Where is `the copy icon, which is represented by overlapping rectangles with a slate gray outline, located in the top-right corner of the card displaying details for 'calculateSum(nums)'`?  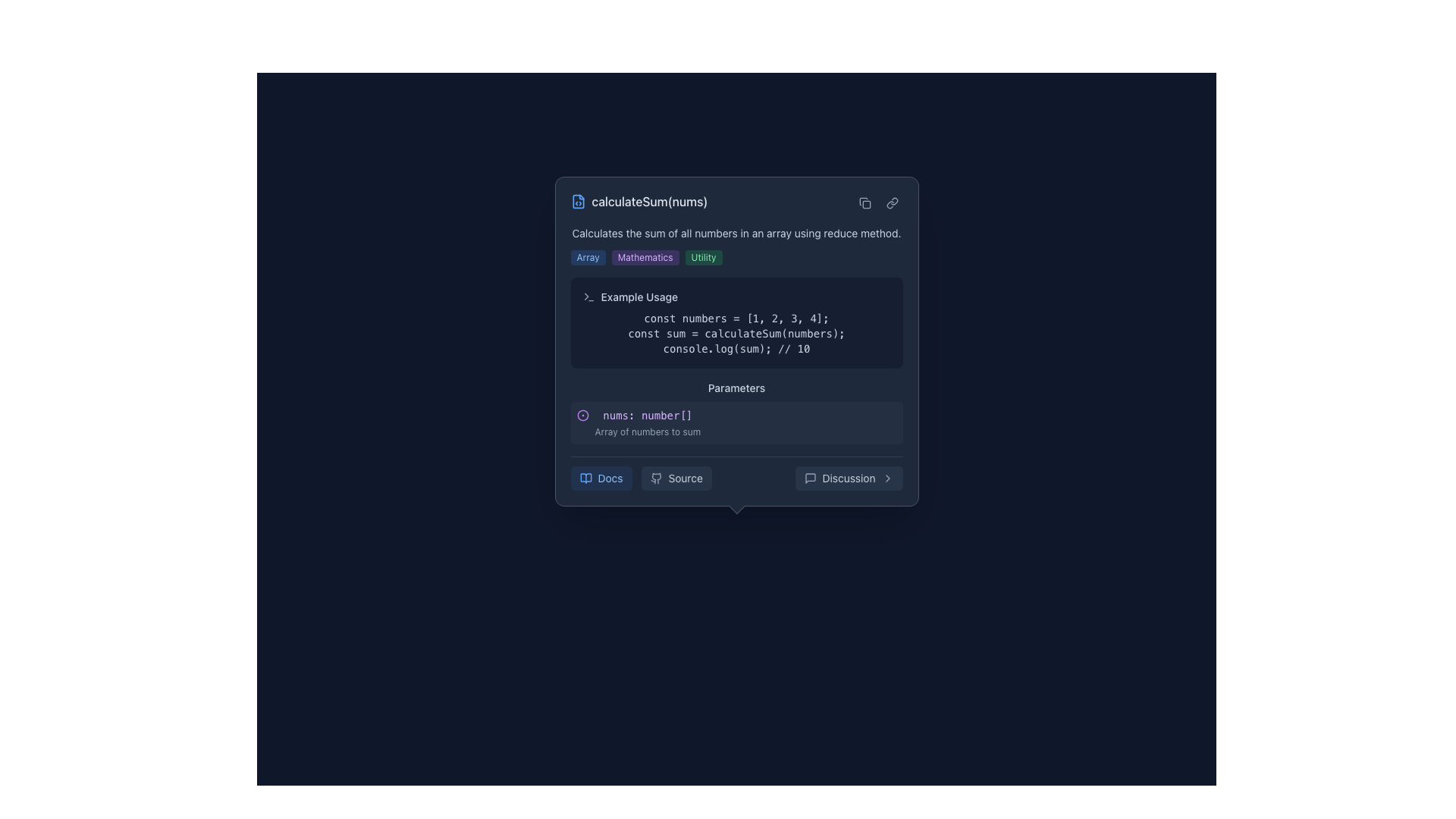
the copy icon, which is represented by overlapping rectangles with a slate gray outline, located in the top-right corner of the card displaying details for 'calculateSum(nums)' is located at coordinates (878, 202).